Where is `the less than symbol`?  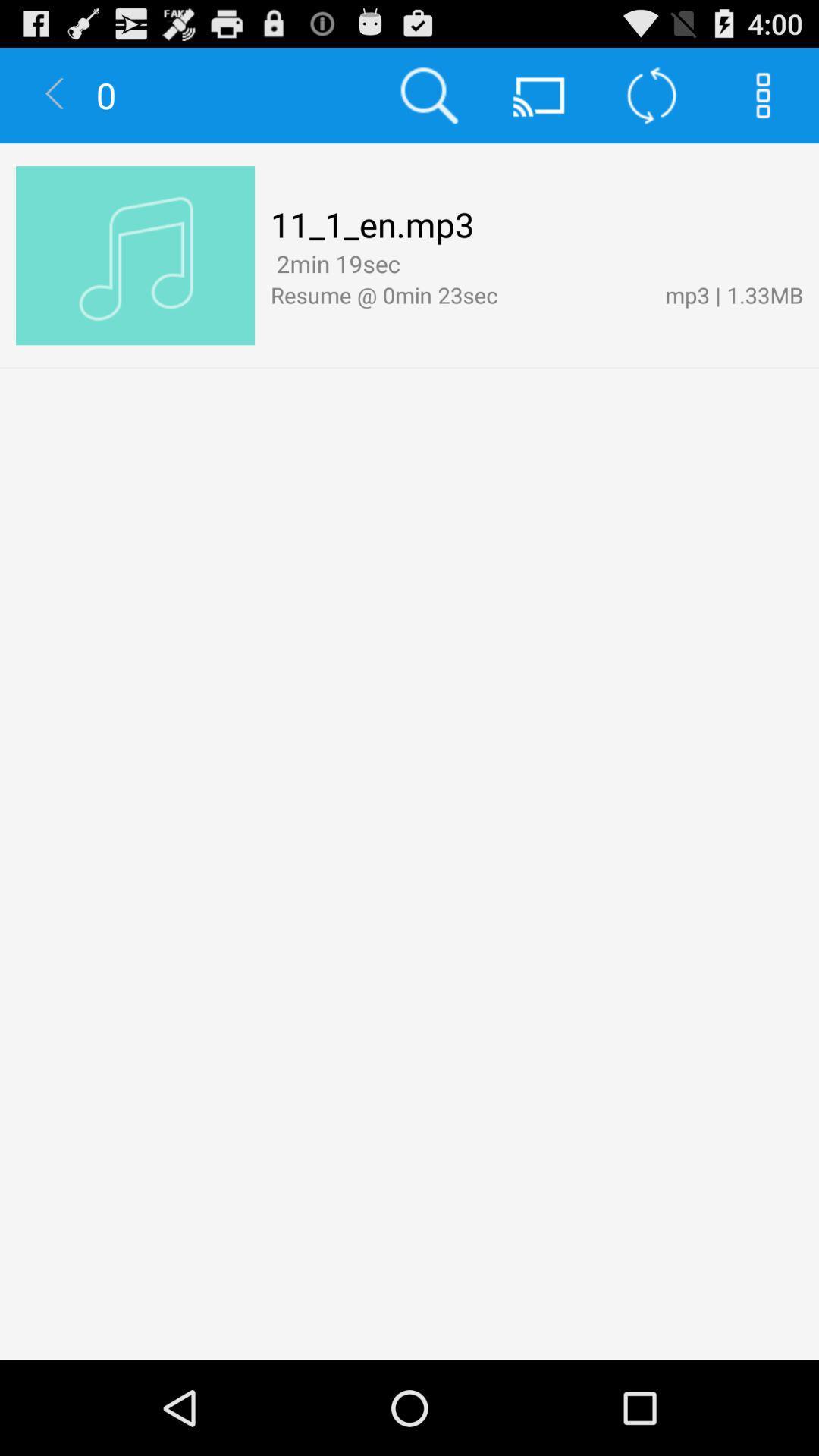 the less than symbol is located at coordinates (55, 94).